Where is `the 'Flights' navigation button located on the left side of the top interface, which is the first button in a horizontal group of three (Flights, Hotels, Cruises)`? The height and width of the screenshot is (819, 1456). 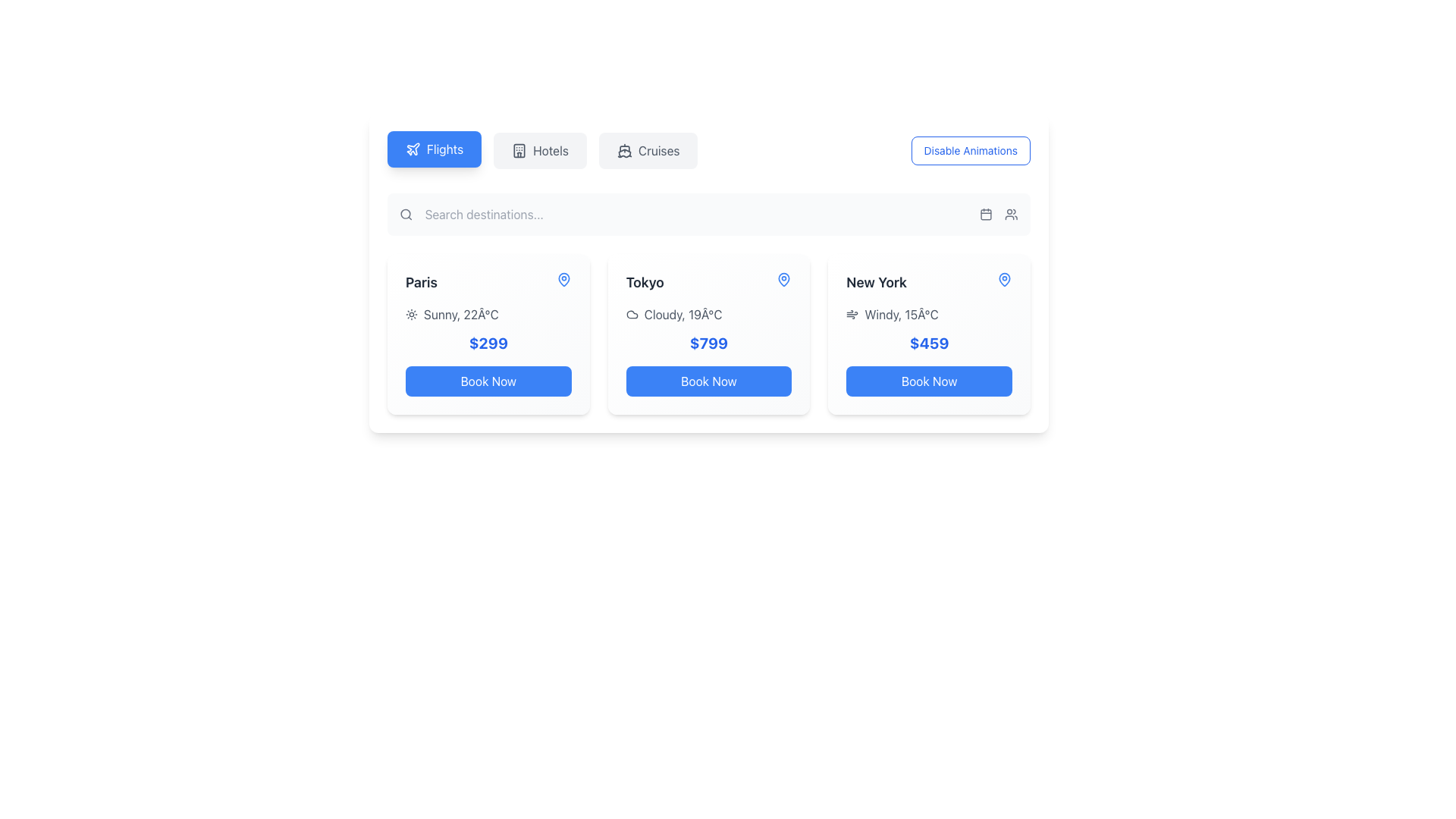 the 'Flights' navigation button located on the left side of the top interface, which is the first button in a horizontal group of three (Flights, Hotels, Cruises) is located at coordinates (434, 149).